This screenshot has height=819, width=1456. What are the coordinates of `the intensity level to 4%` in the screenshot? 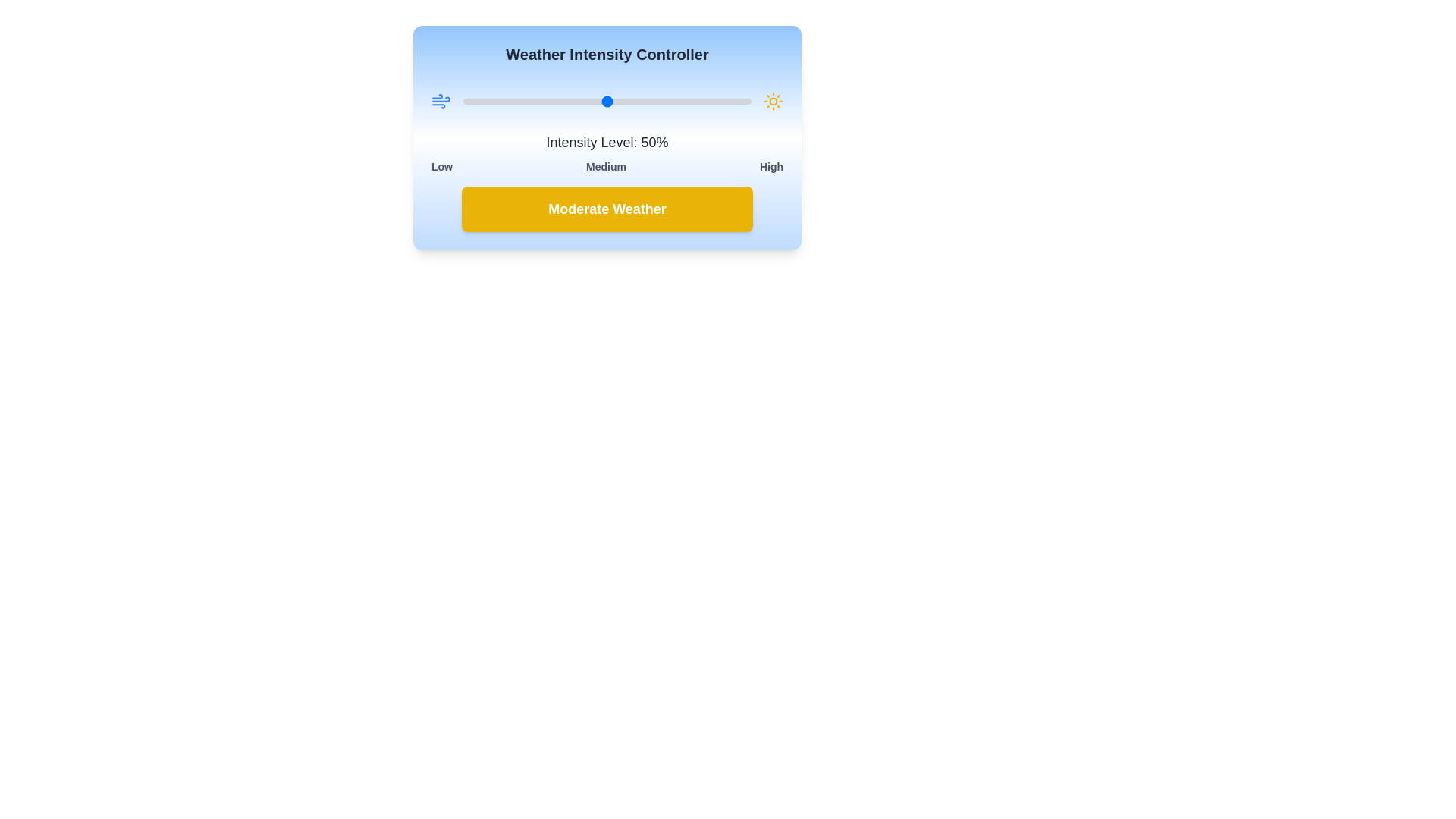 It's located at (474, 102).